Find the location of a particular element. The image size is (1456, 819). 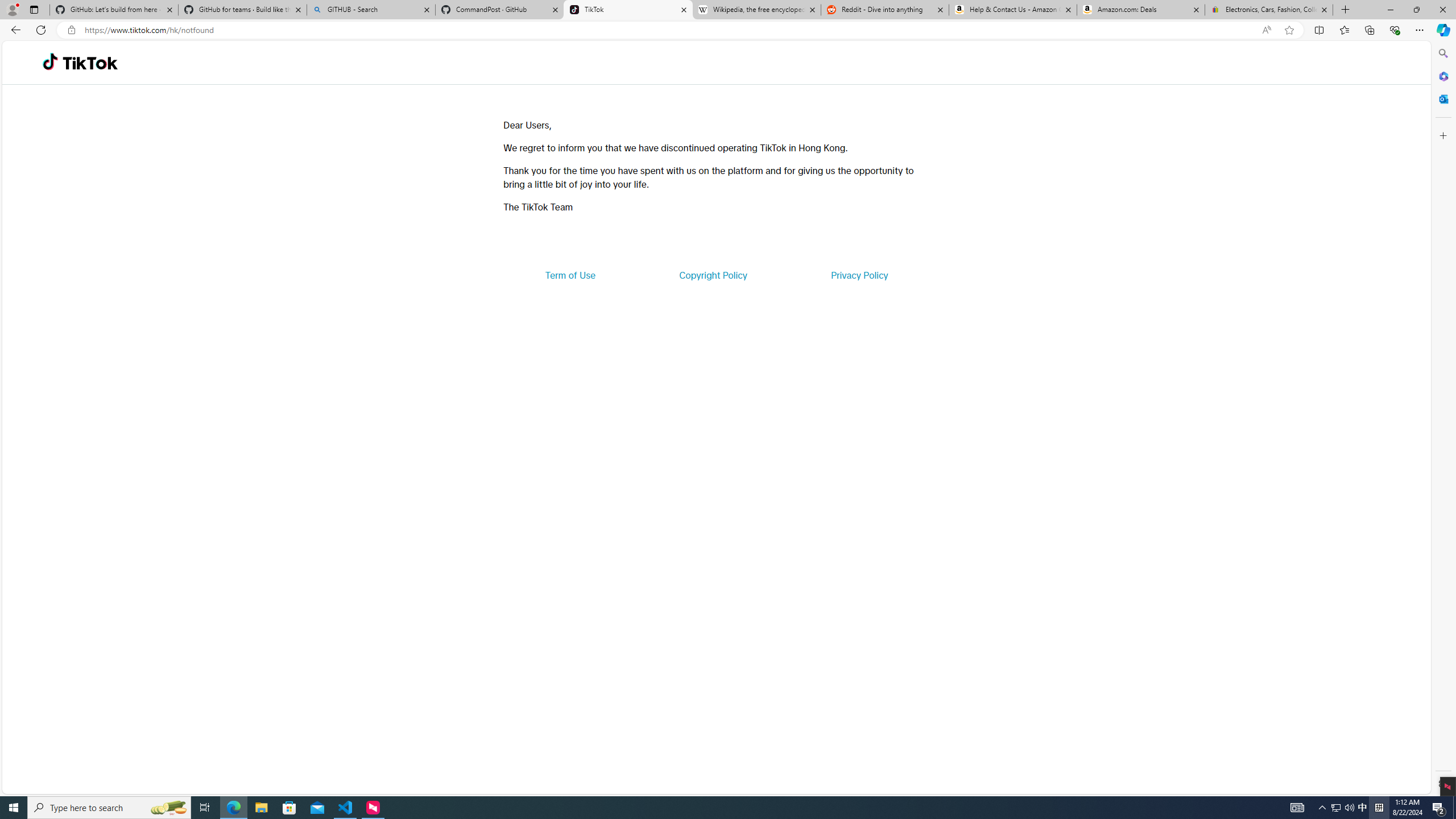

'Help & Contact Us - Amazon Customer Service' is located at coordinates (1012, 9).